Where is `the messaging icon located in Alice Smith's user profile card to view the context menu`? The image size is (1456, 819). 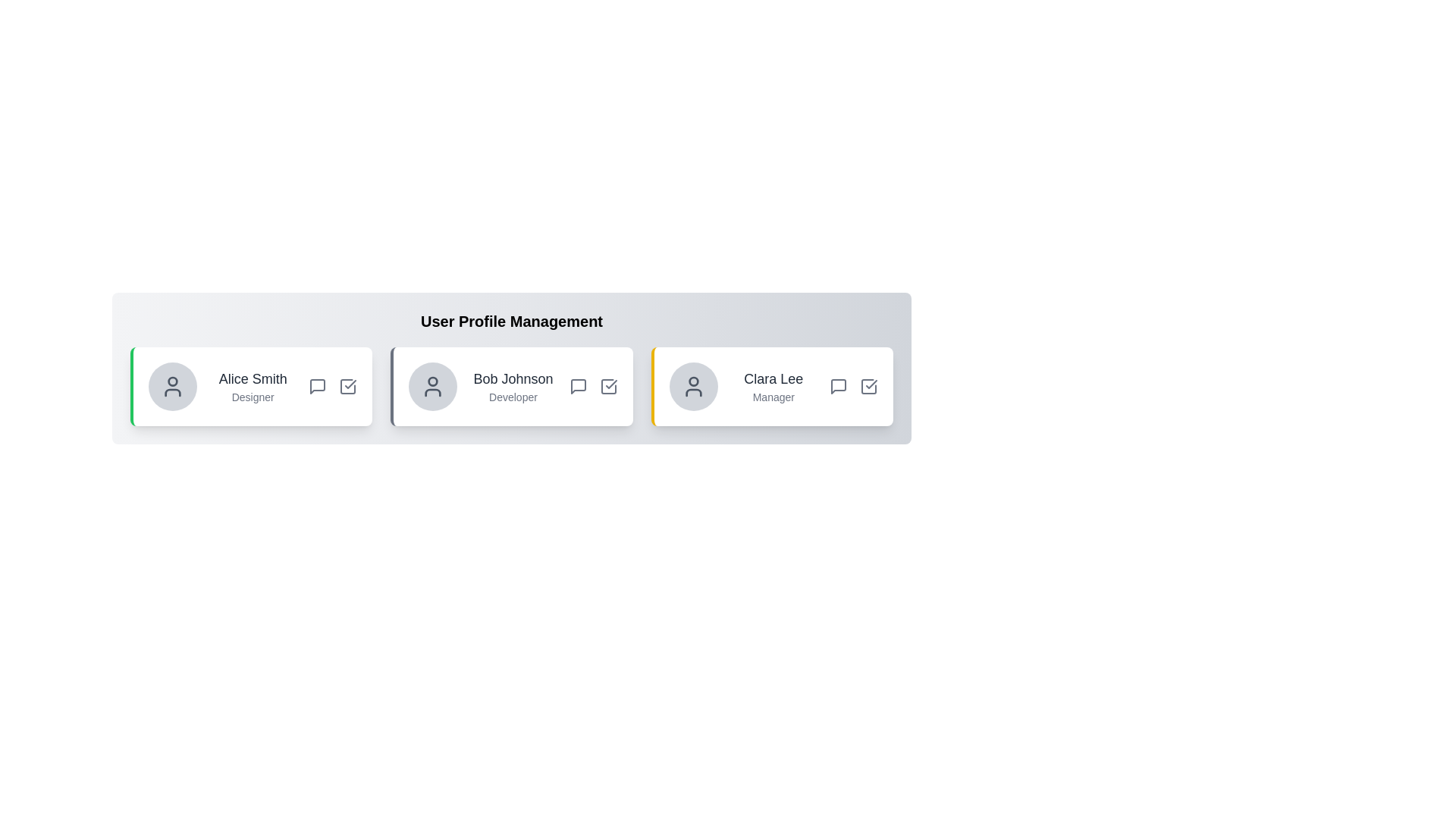 the messaging icon located in Alice Smith's user profile card to view the context menu is located at coordinates (317, 385).